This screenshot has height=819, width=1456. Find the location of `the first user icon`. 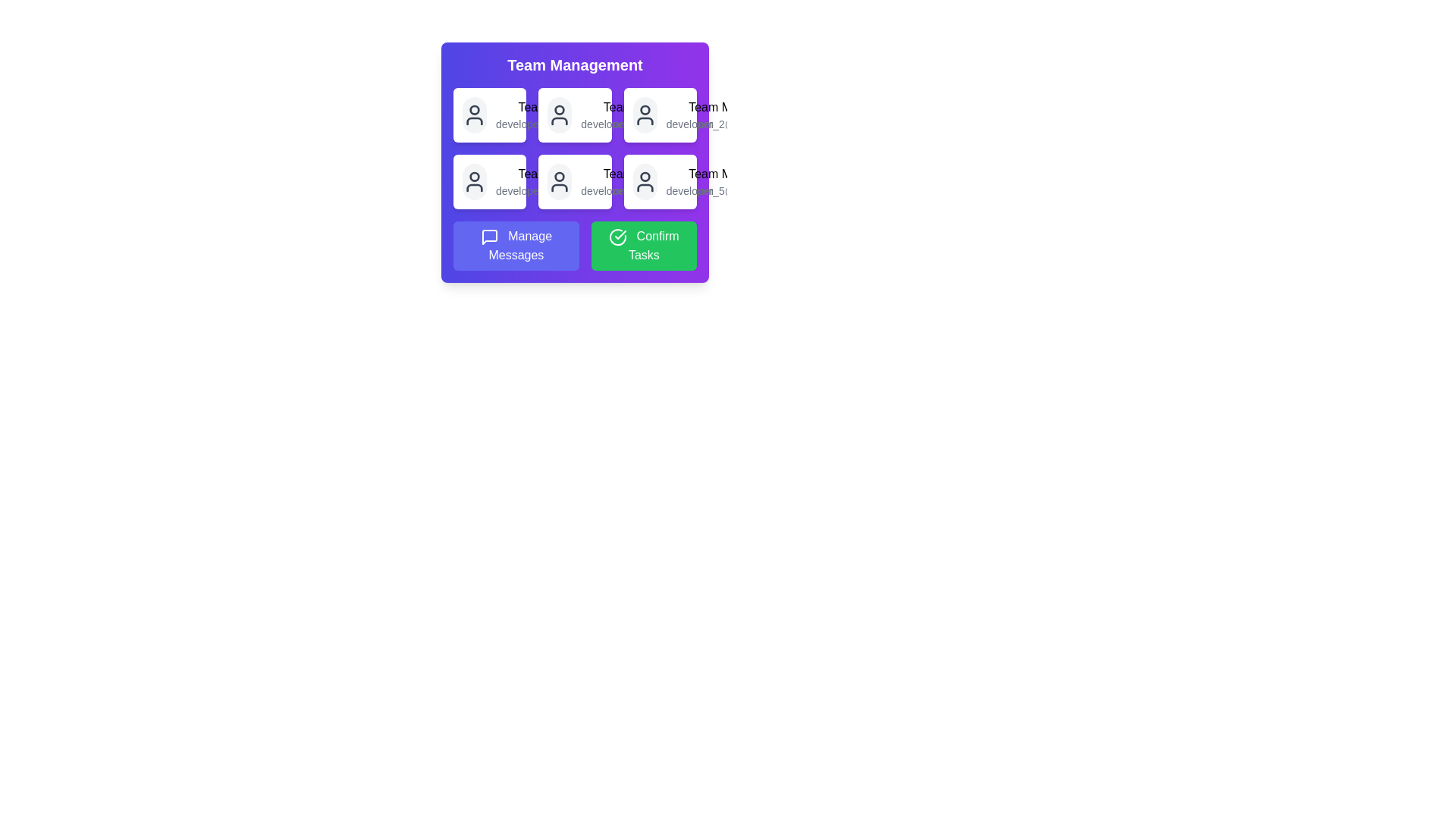

the first user icon is located at coordinates (473, 114).